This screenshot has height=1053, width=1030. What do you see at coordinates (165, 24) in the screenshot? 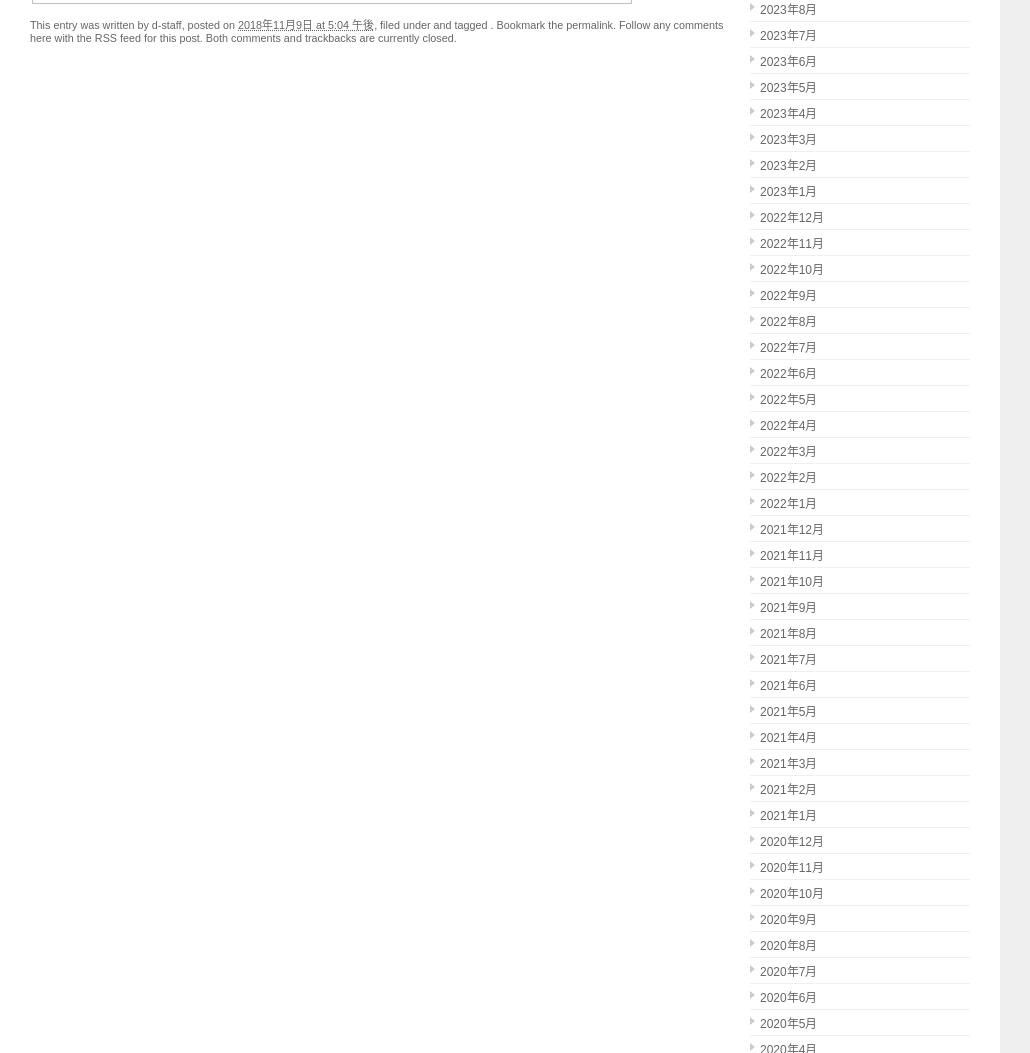
I see `'d-staff'` at bounding box center [165, 24].